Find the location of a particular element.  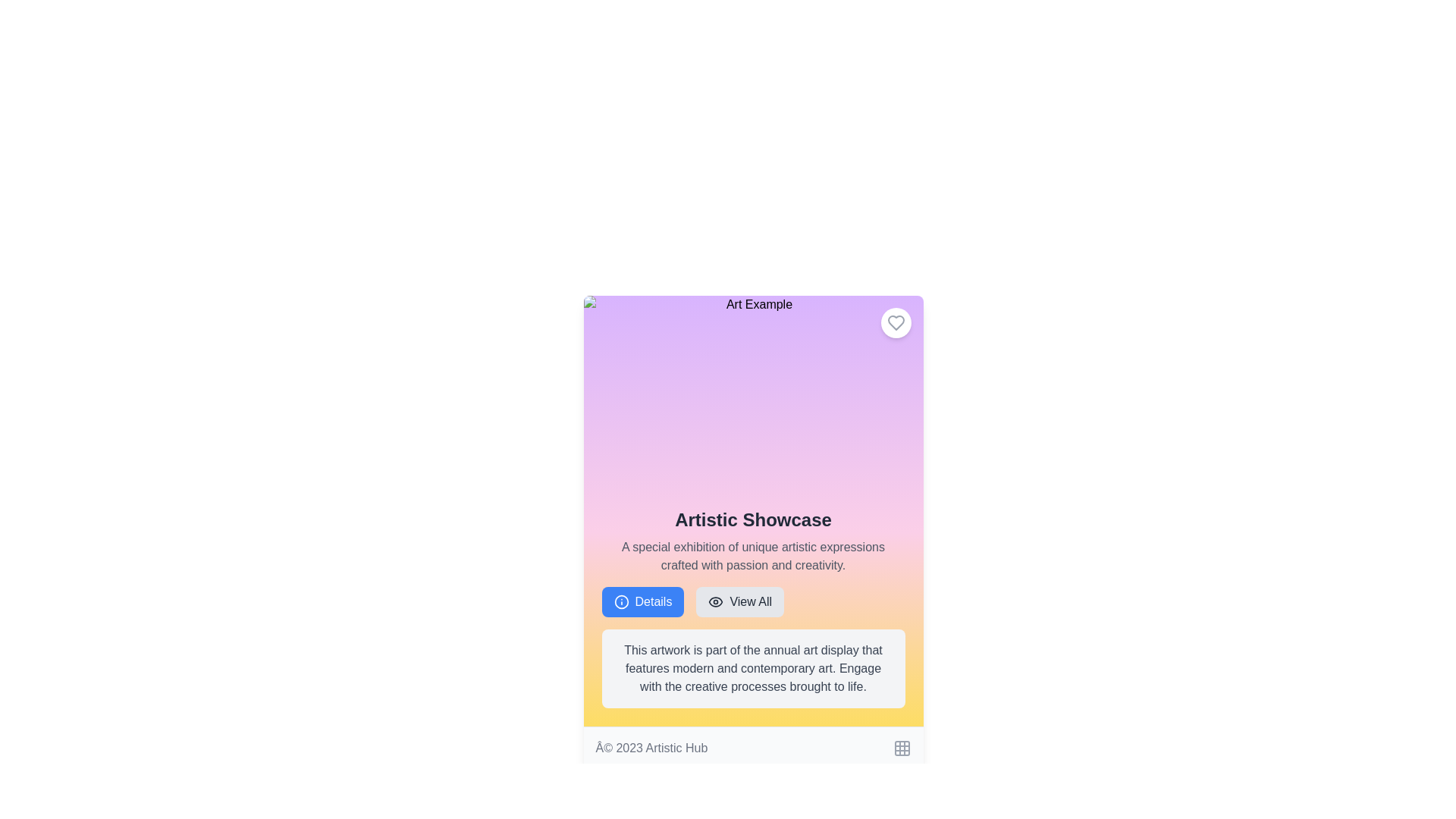

the graphical icon embedded in the 'View All' button, which signifies a viewing action and is located to the left of the 'View All' text is located at coordinates (715, 601).